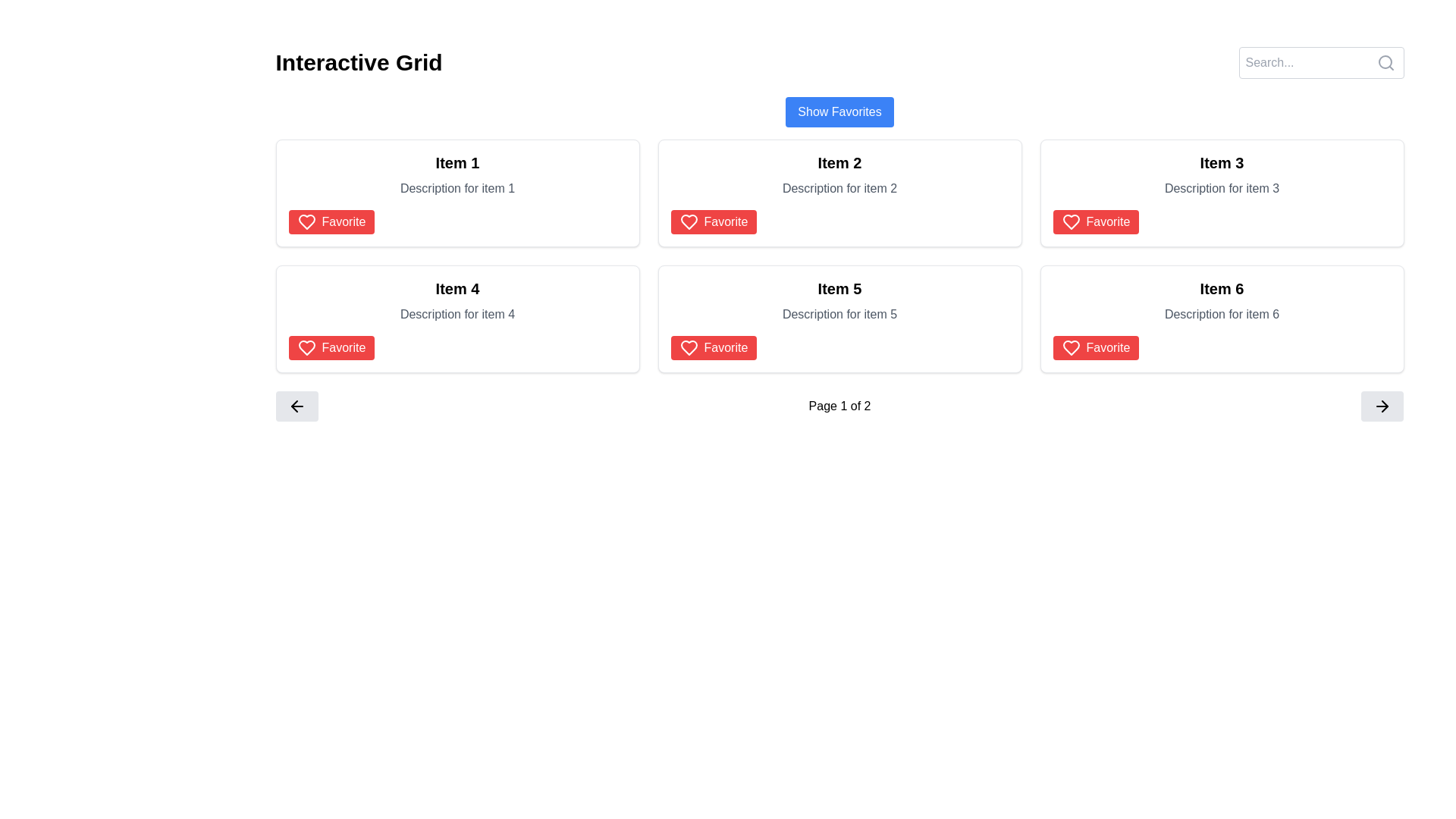  What do you see at coordinates (297, 406) in the screenshot?
I see `the navigation icon located at the bottom left corner of the layout to potentially display a tooltip` at bounding box center [297, 406].